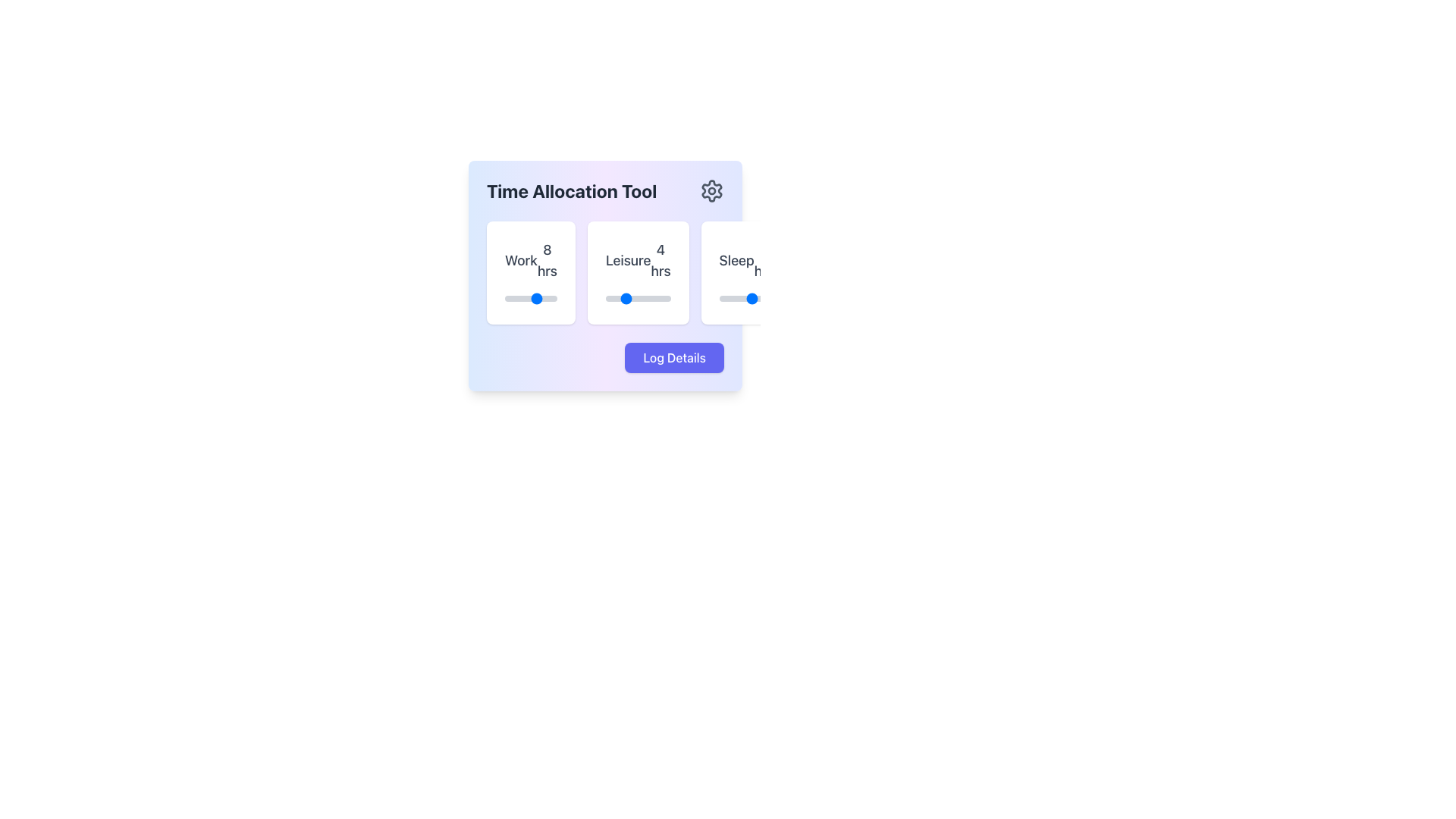 This screenshot has width=1456, height=819. I want to click on the Horizontal range slider to set the leisure hours value, which currently displays '4 hrs' above it, so click(638, 298).